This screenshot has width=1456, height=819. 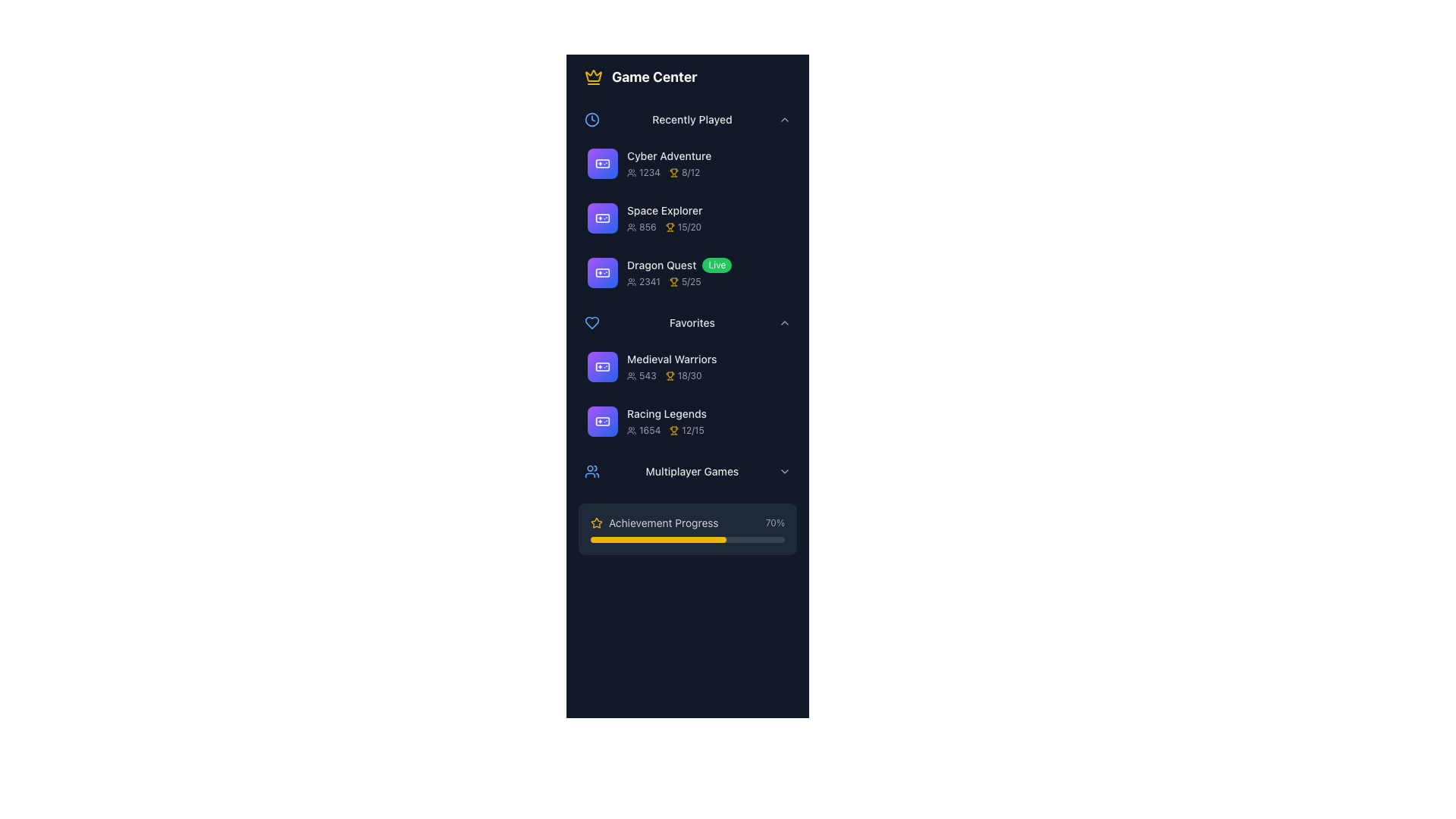 I want to click on the decorative graphic element, which is a thin horizontal rectangle with rounded corners located at the center of the game controller icon next to the 'Medieval Warriors' title under the 'Favorites' section, so click(x=602, y=366).